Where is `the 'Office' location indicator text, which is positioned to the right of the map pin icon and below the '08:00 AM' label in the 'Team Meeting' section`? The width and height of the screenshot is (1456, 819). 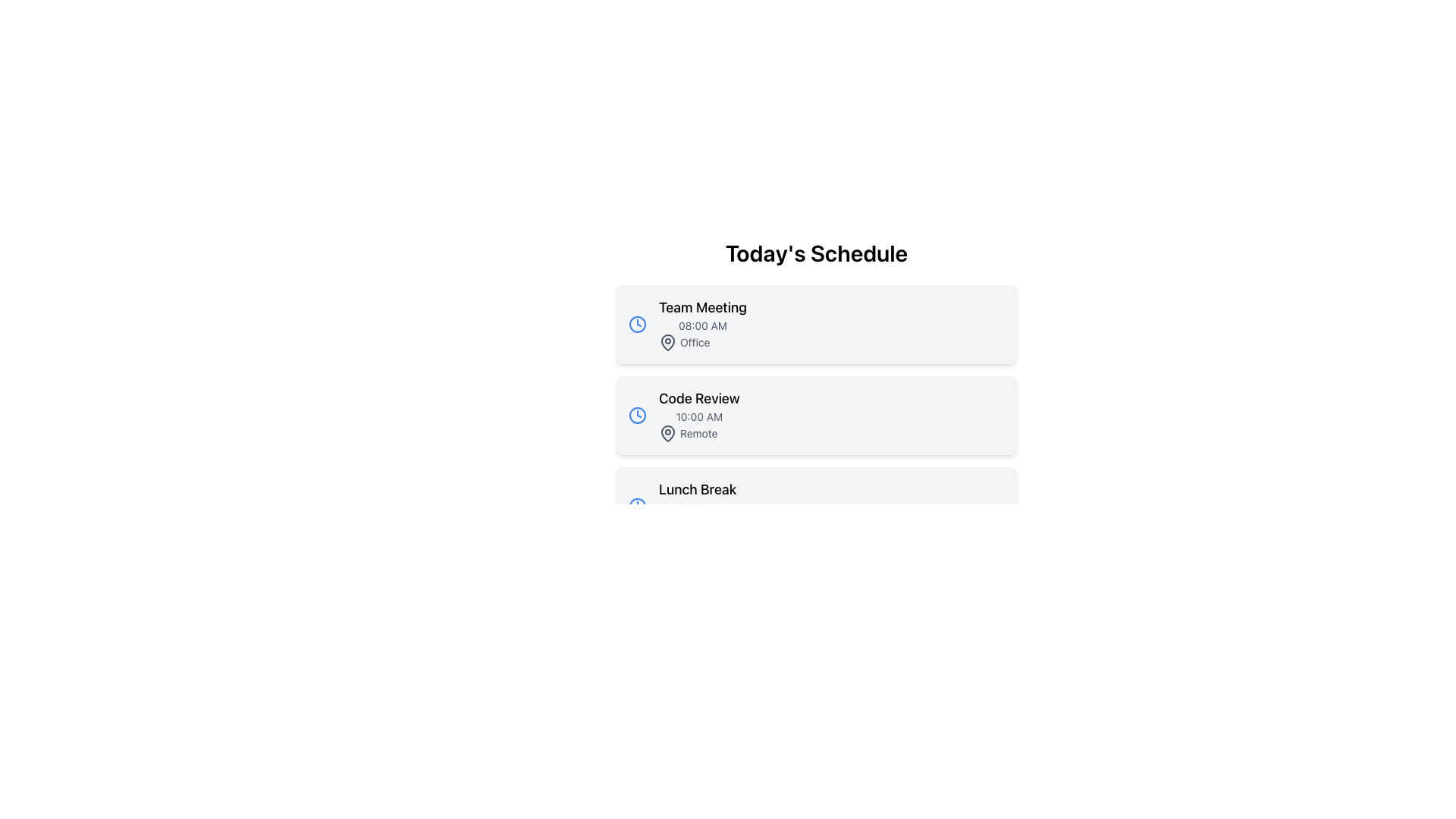
the 'Office' location indicator text, which is positioned to the right of the map pin icon and below the '08:00 AM' label in the 'Team Meeting' section is located at coordinates (701, 342).